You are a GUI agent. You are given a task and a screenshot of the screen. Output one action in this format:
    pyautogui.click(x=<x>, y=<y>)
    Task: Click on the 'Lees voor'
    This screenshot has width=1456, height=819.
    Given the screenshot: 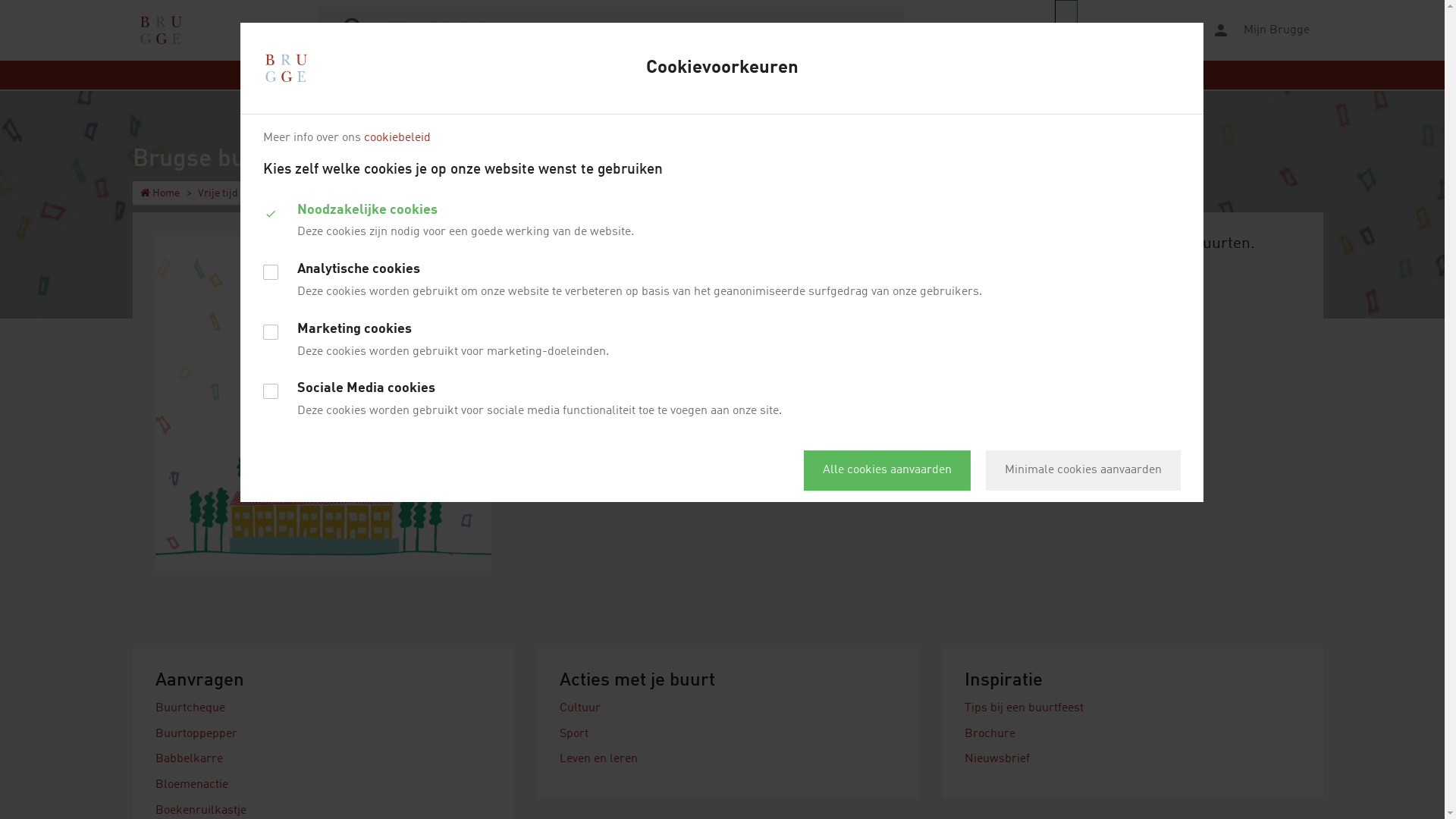 What is the action you would take?
    pyautogui.click(x=1123, y=30)
    